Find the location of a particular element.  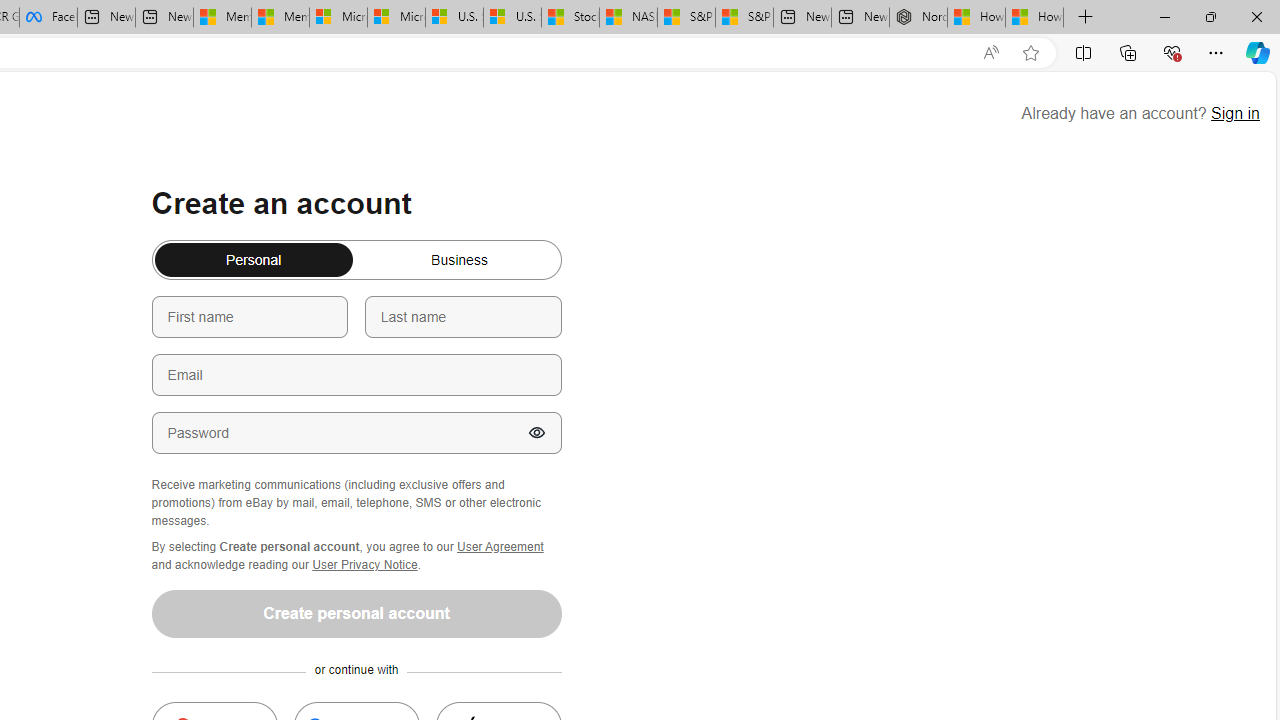

'User Agreement' is located at coordinates (500, 546).